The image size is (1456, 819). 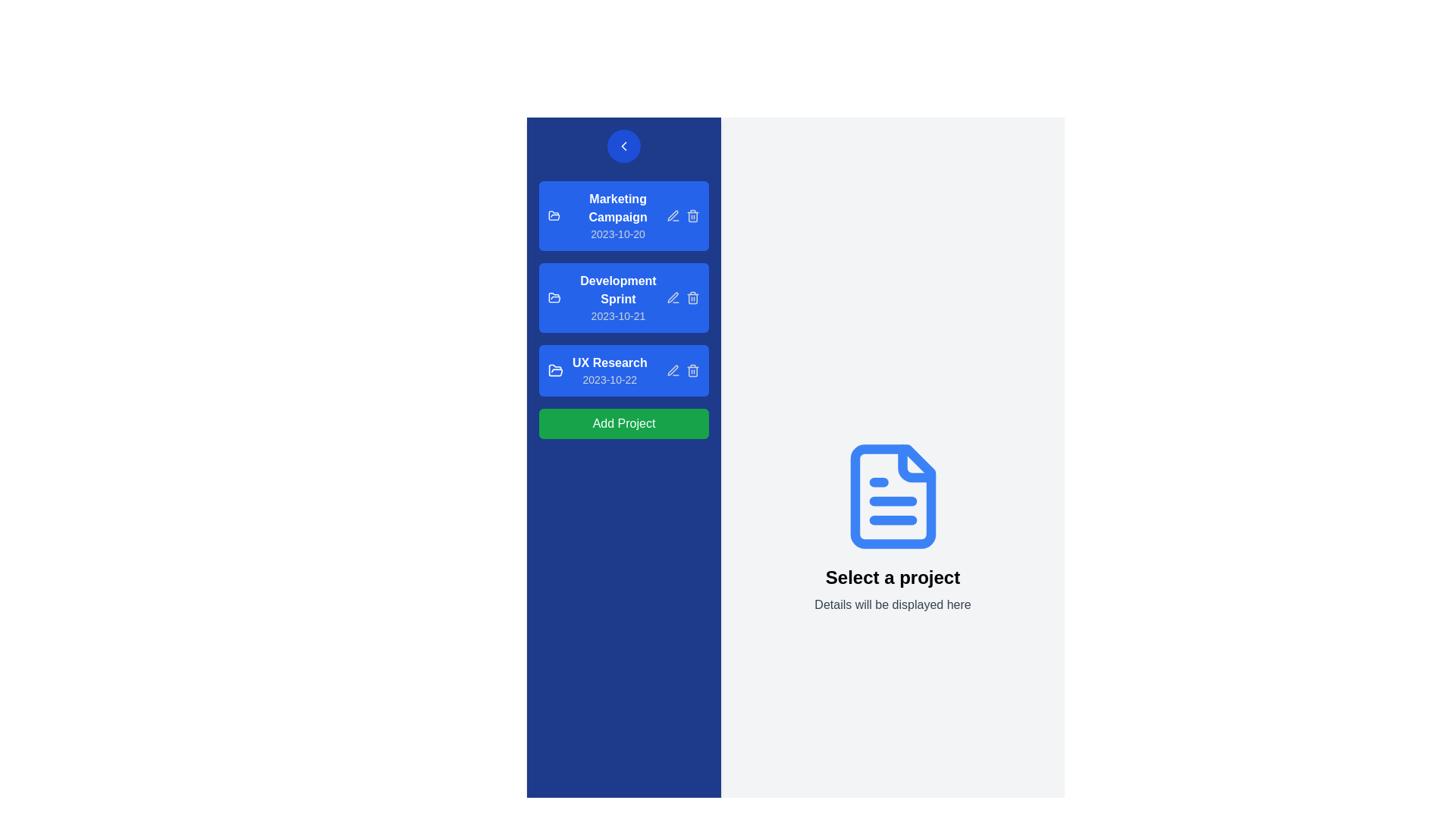 What do you see at coordinates (623, 289) in the screenshot?
I see `to select the project titled 'Development Sprint' listed in the interactive sidebar, positioned below 'Marketing Campaign' and above 'UX Research'` at bounding box center [623, 289].